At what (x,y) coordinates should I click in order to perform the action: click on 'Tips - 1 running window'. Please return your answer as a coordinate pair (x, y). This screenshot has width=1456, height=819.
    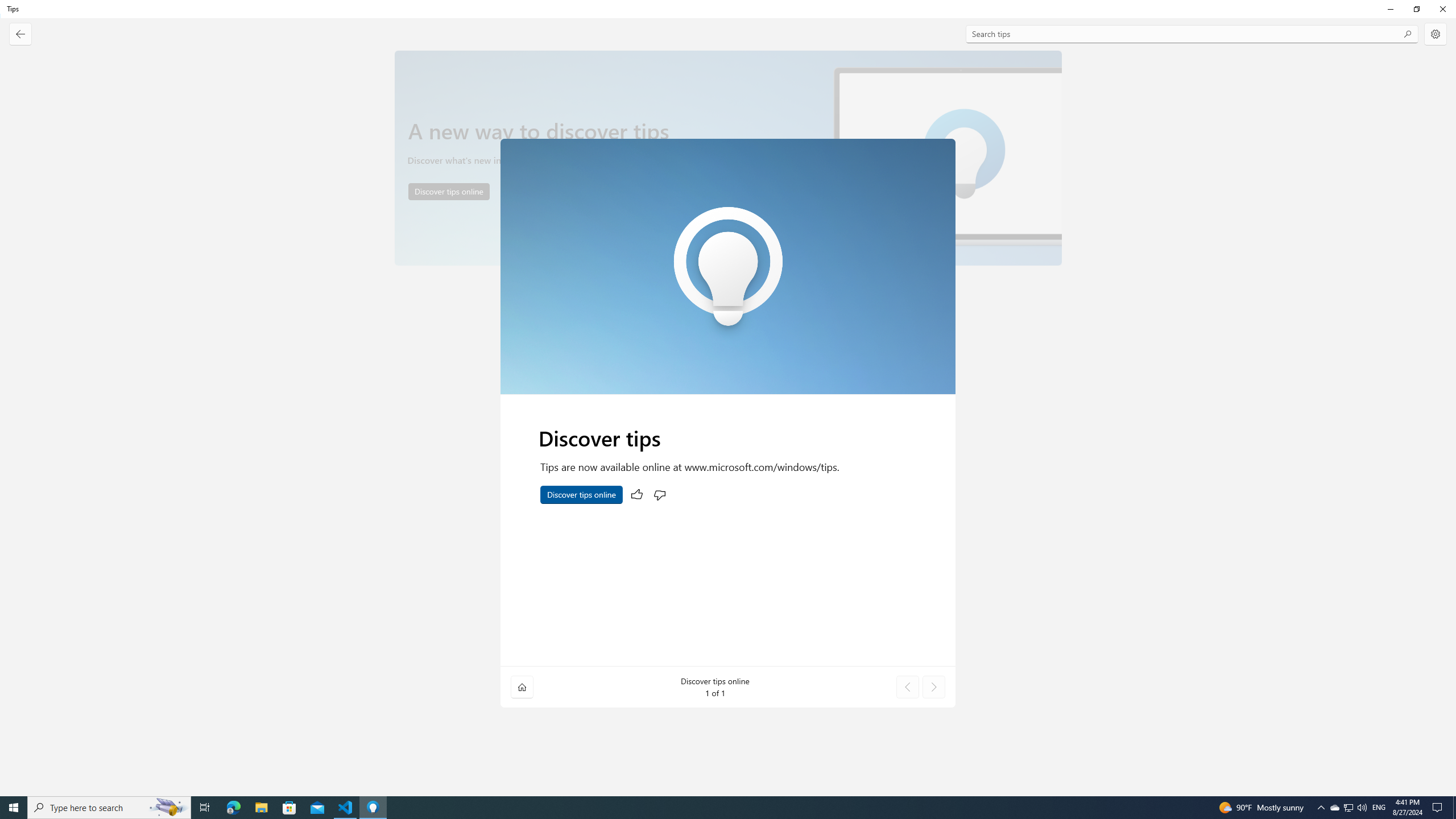
    Looking at the image, I should click on (373, 806).